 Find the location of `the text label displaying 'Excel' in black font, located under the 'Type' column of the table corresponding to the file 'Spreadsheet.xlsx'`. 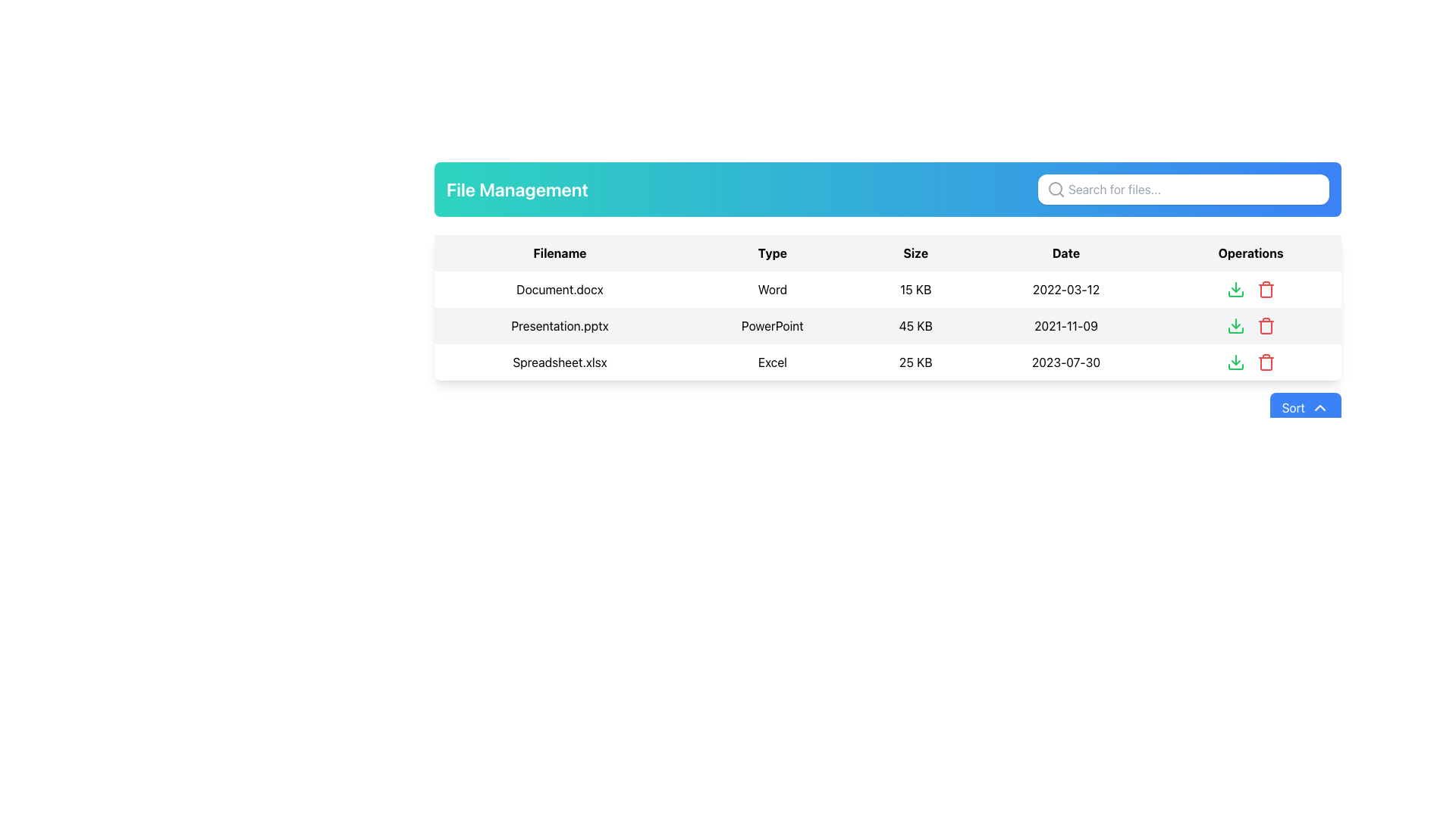

the text label displaying 'Excel' in black font, located under the 'Type' column of the table corresponding to the file 'Spreadsheet.xlsx' is located at coordinates (772, 362).